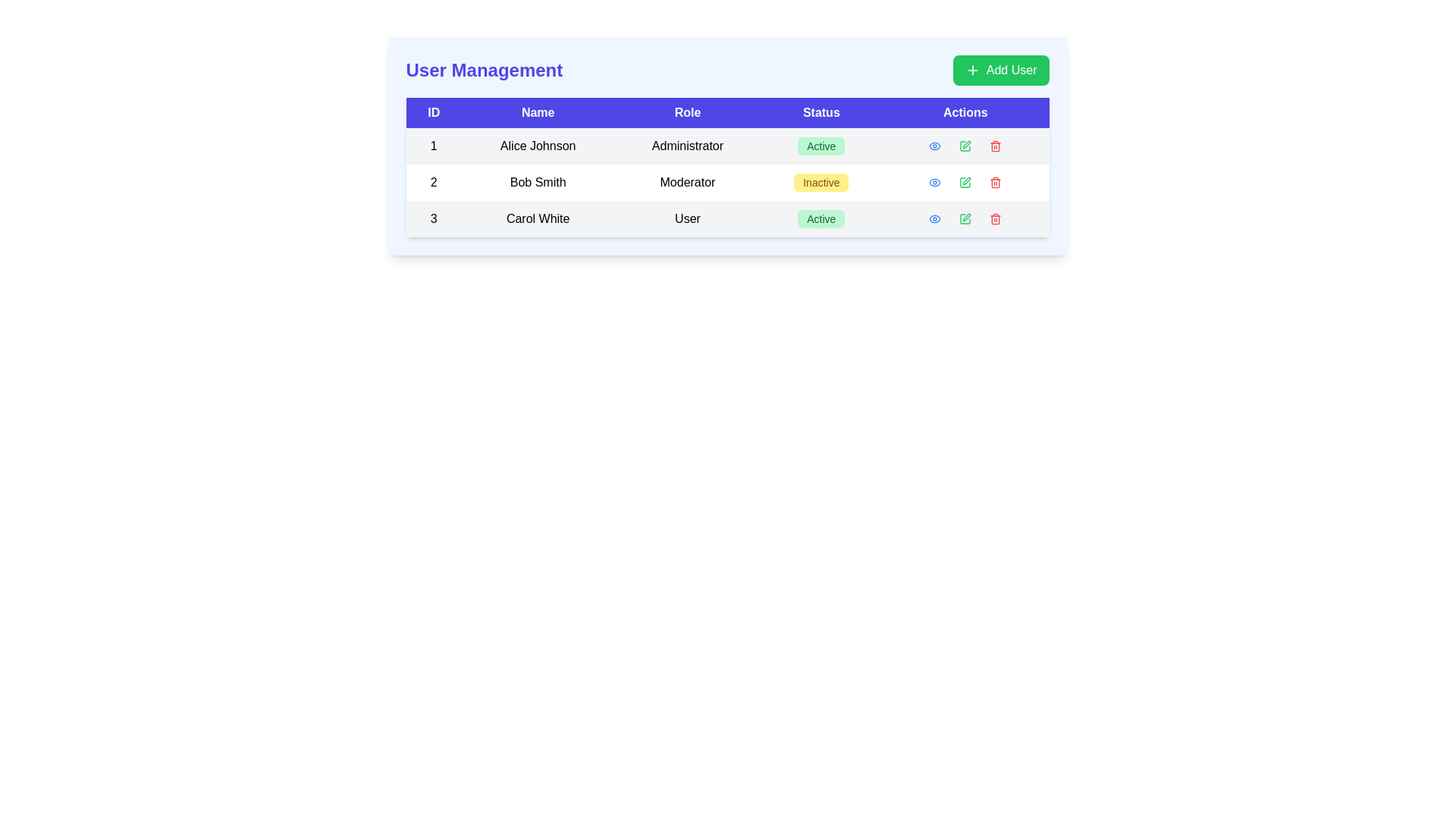  I want to click on the small green pencil icon in the 'Actions' column of the user management table to initiate edit for the user 'Bob Smith', so click(965, 146).